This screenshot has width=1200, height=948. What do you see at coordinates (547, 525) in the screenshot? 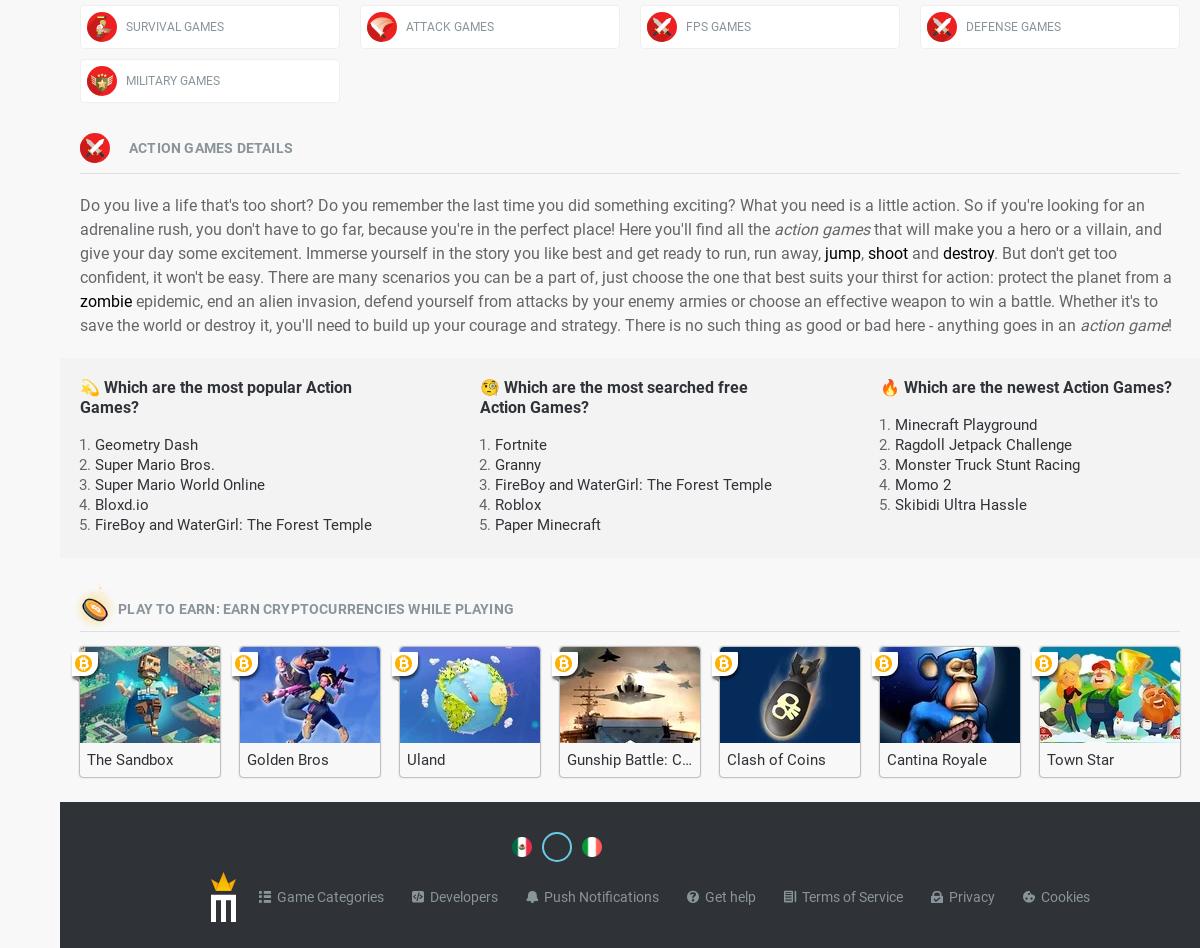
I see `'Paper Minecraft'` at bounding box center [547, 525].